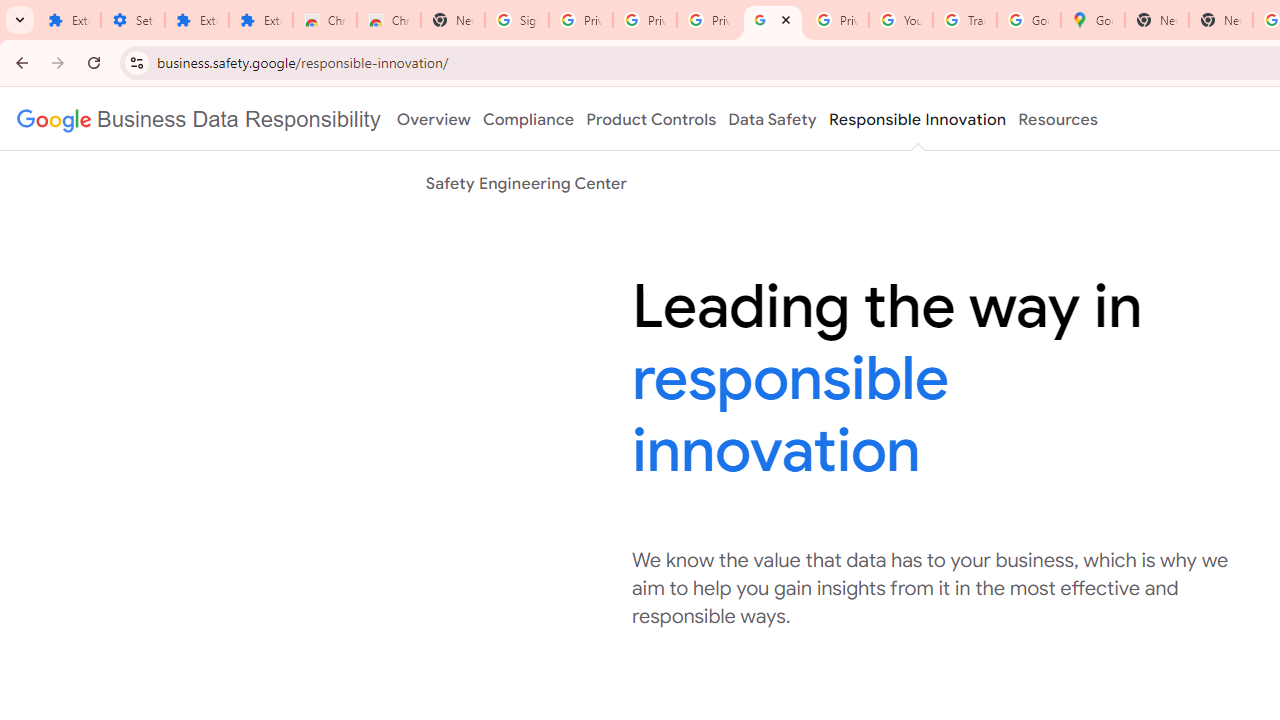 The height and width of the screenshot is (720, 1280). Describe the element at coordinates (526, 183) in the screenshot. I see `'Safety Engineering Center'` at that location.